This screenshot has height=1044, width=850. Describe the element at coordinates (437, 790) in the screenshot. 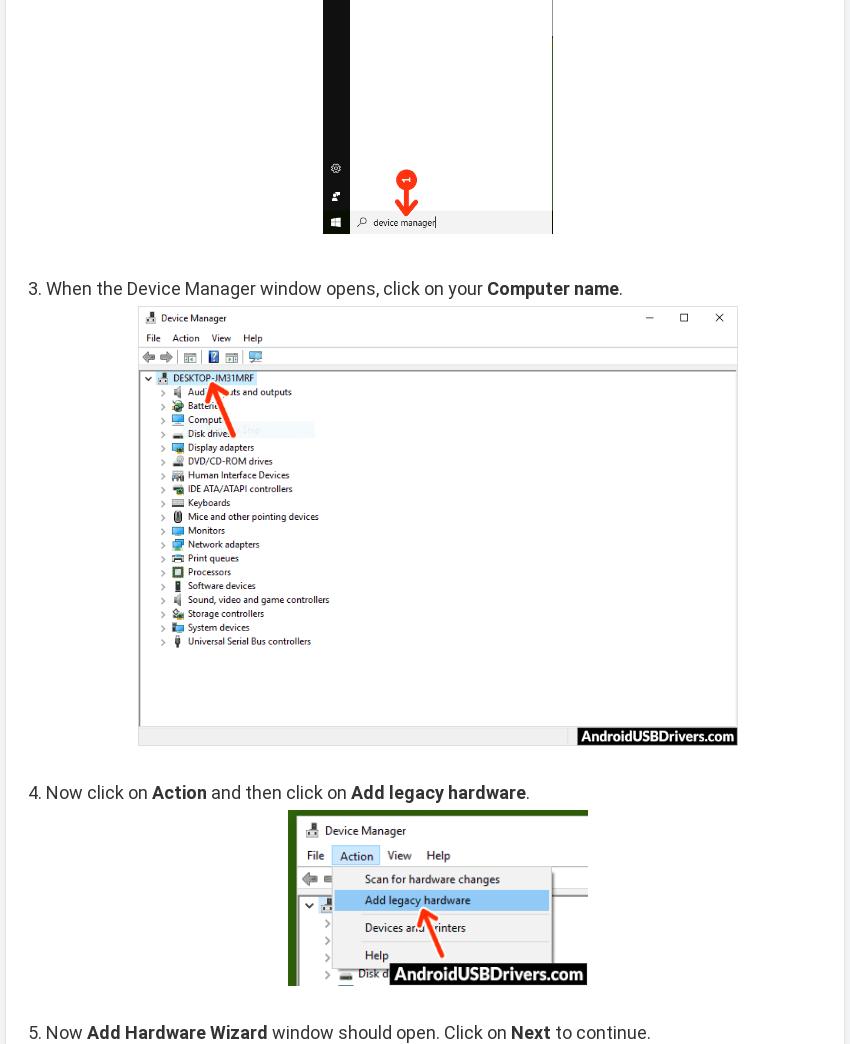

I see `'Add legacy hardware'` at that location.